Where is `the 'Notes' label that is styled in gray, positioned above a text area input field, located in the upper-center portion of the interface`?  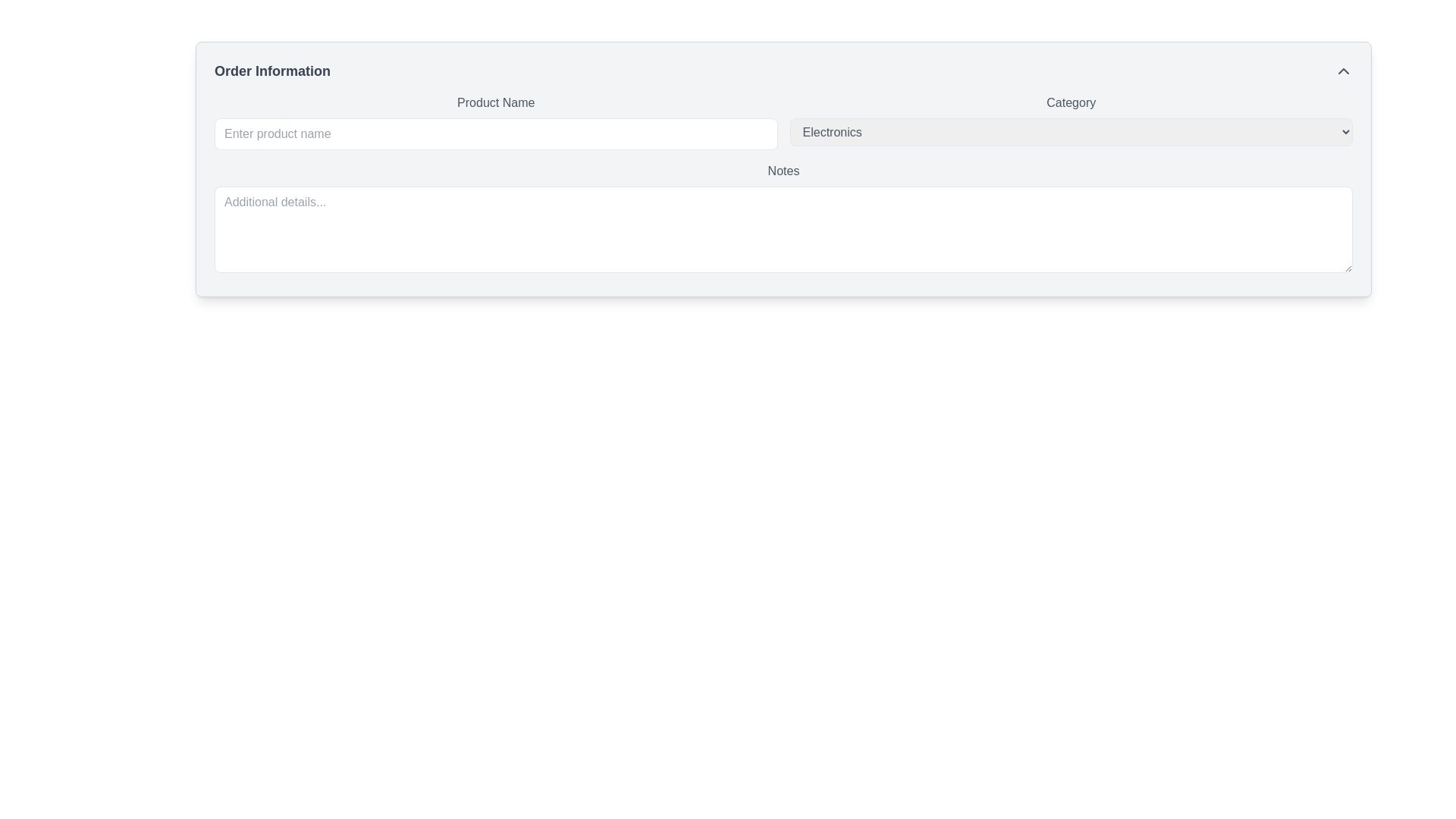
the 'Notes' label that is styled in gray, positioned above a text area input field, located in the upper-center portion of the interface is located at coordinates (783, 171).